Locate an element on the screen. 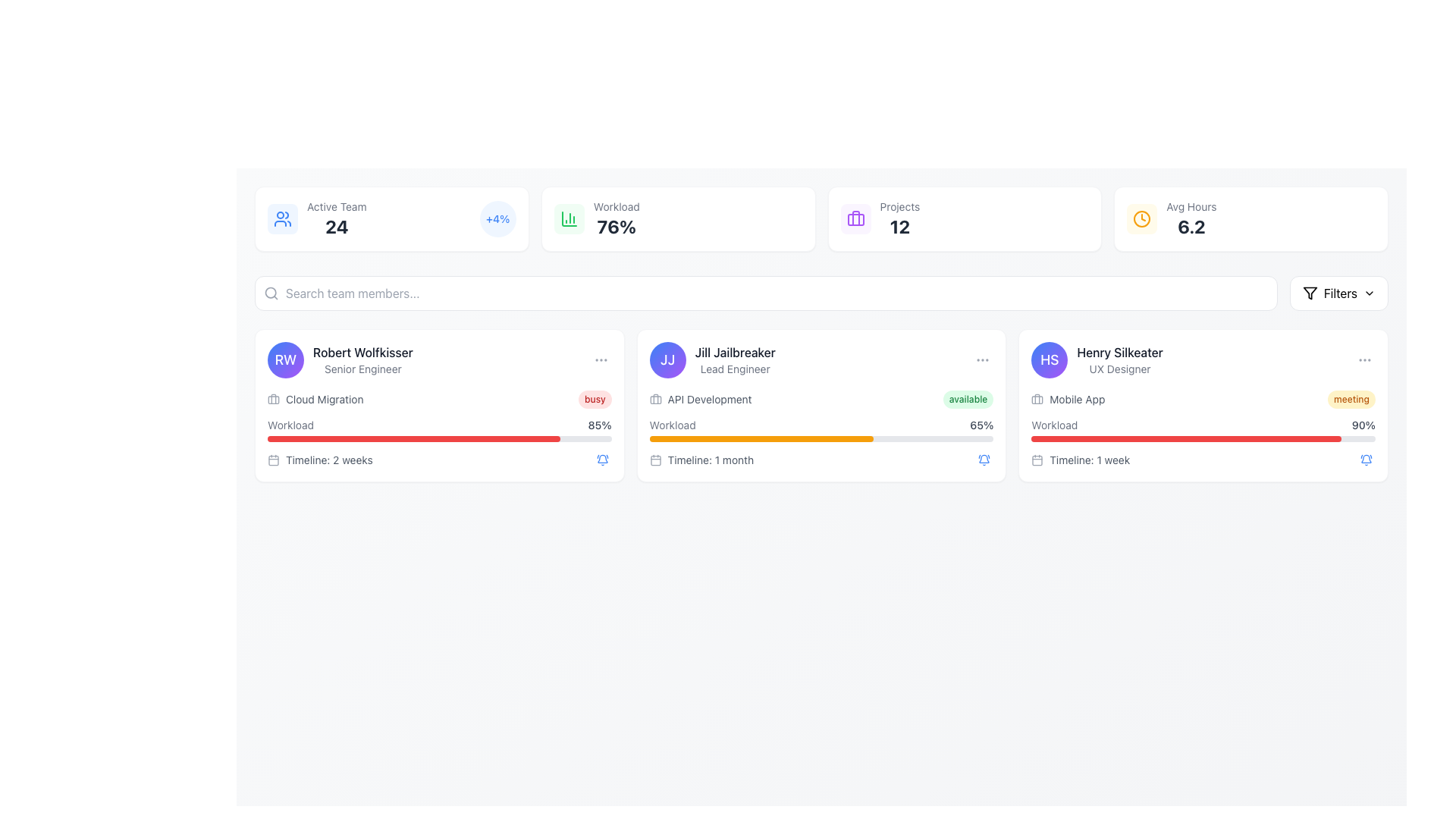  information displayed in the composite text component that summarizes the count of an active team, located in the top-left corner next to the blue user group icon is located at coordinates (336, 219).